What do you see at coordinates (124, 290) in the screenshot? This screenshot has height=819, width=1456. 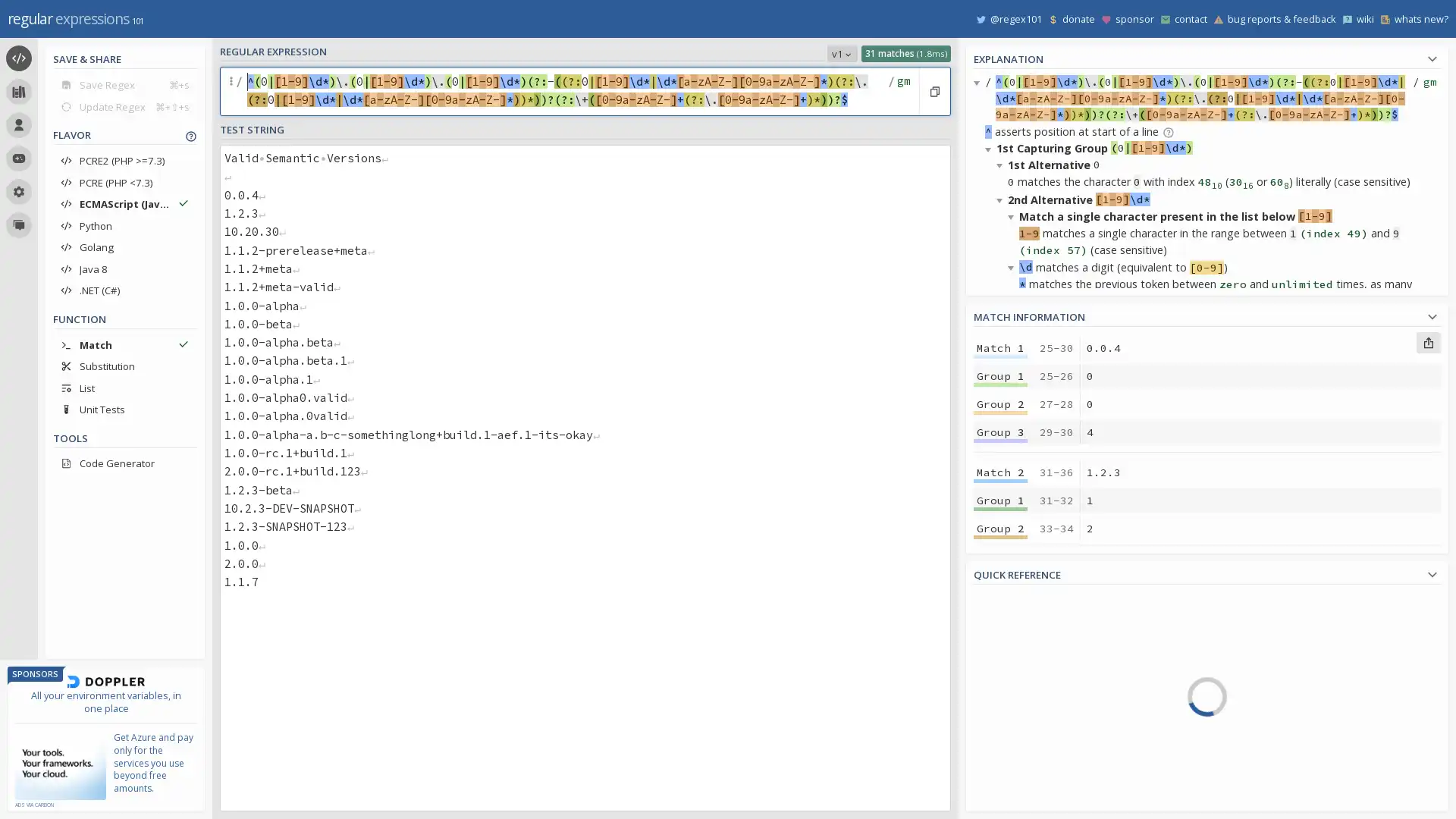 I see `.NET (C#)` at bounding box center [124, 290].